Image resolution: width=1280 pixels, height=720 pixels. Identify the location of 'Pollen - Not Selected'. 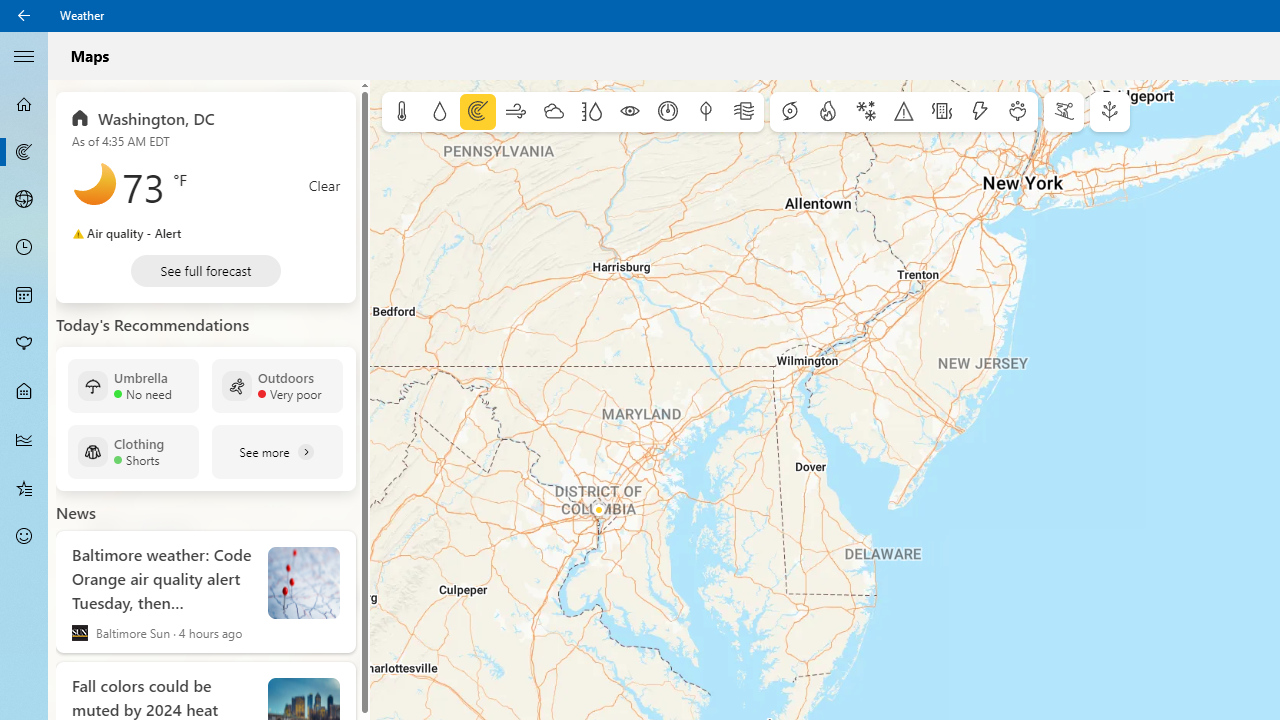
(24, 342).